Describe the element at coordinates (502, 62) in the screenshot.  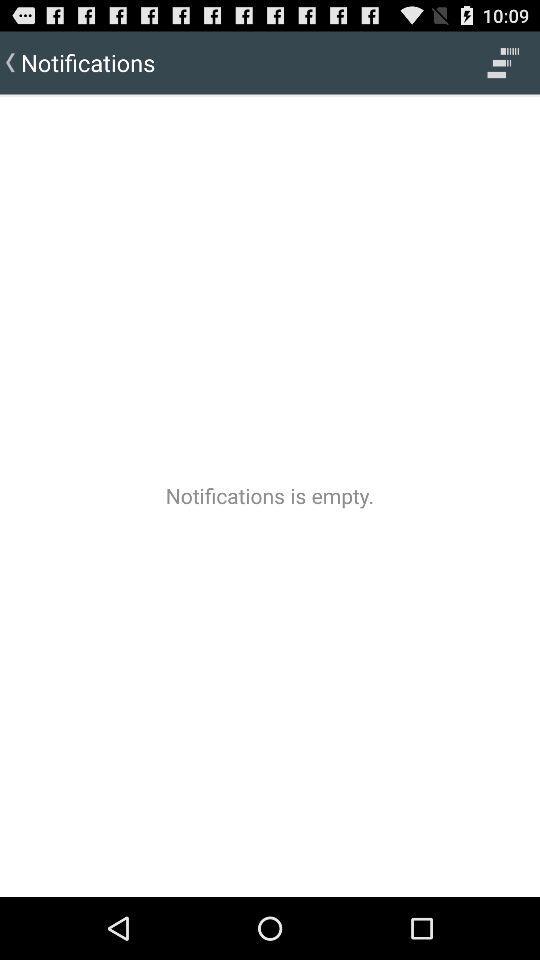
I see `the item next to the notifications` at that location.